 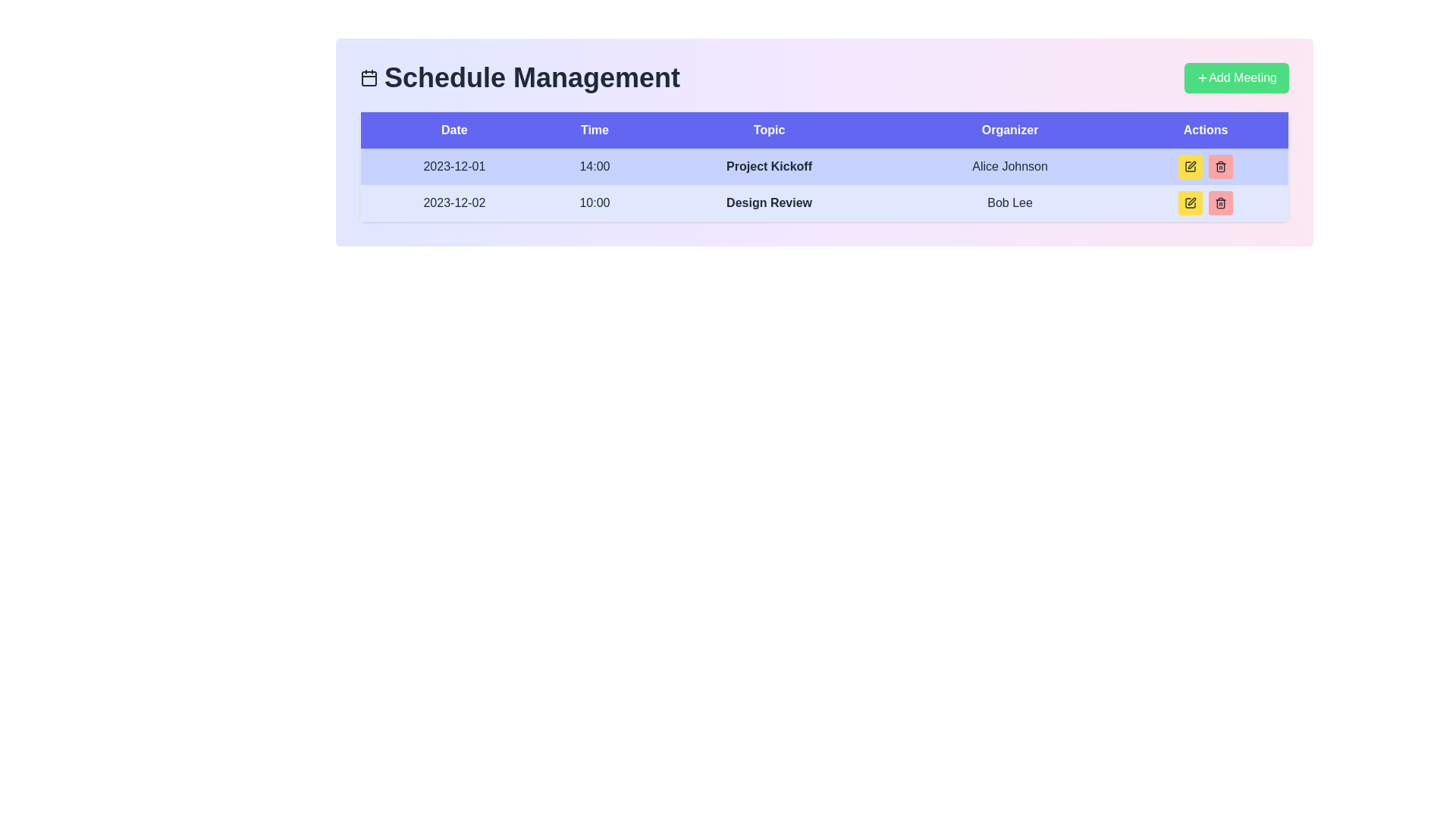 What do you see at coordinates (594, 129) in the screenshot?
I see `text from the 'Time' header label, which is a bold, white-colored text on a blue background, positioned between the 'Date' and 'Topic' headers` at bounding box center [594, 129].